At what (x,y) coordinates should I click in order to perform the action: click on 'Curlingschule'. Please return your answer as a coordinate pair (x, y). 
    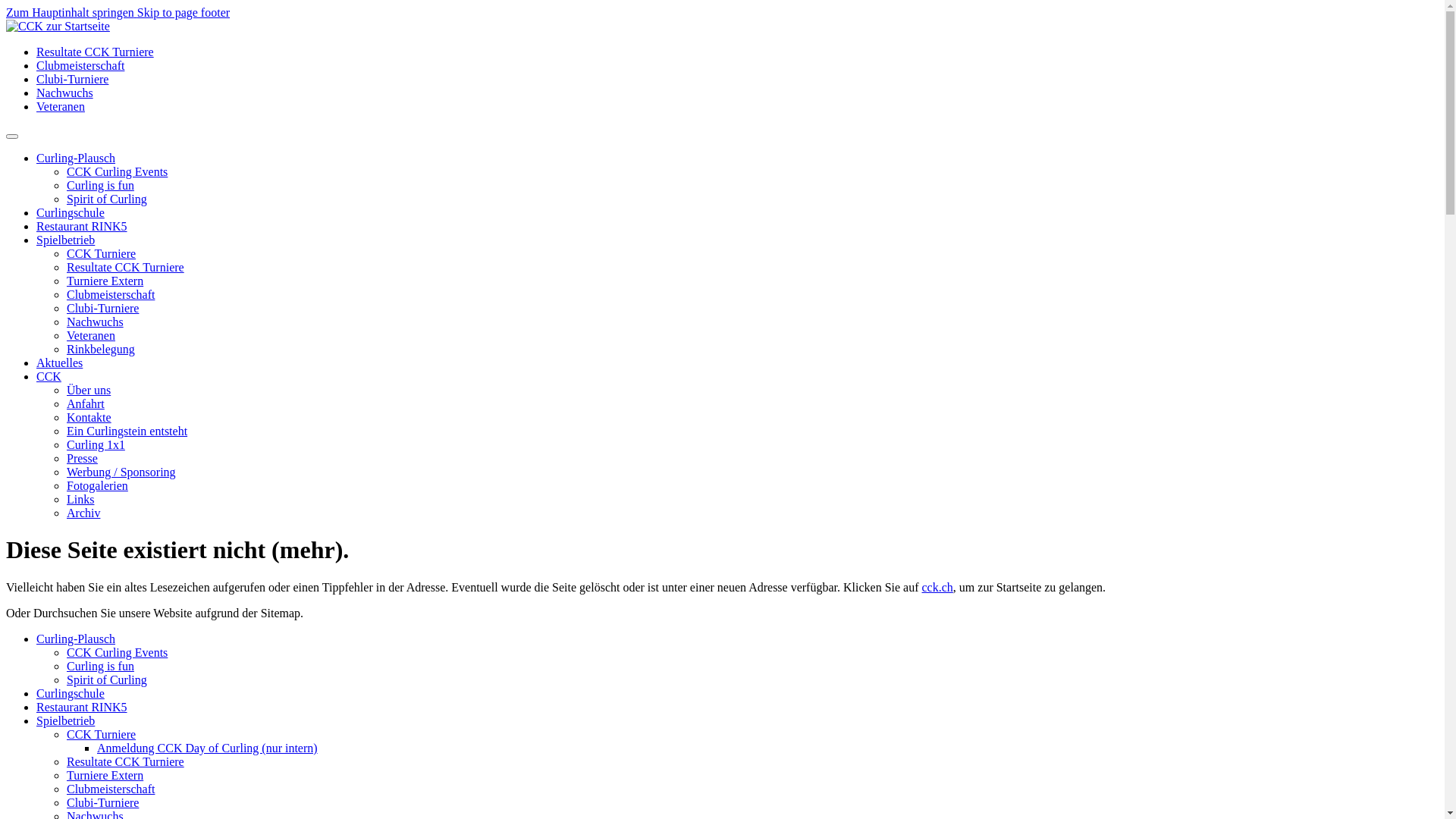
    Looking at the image, I should click on (69, 693).